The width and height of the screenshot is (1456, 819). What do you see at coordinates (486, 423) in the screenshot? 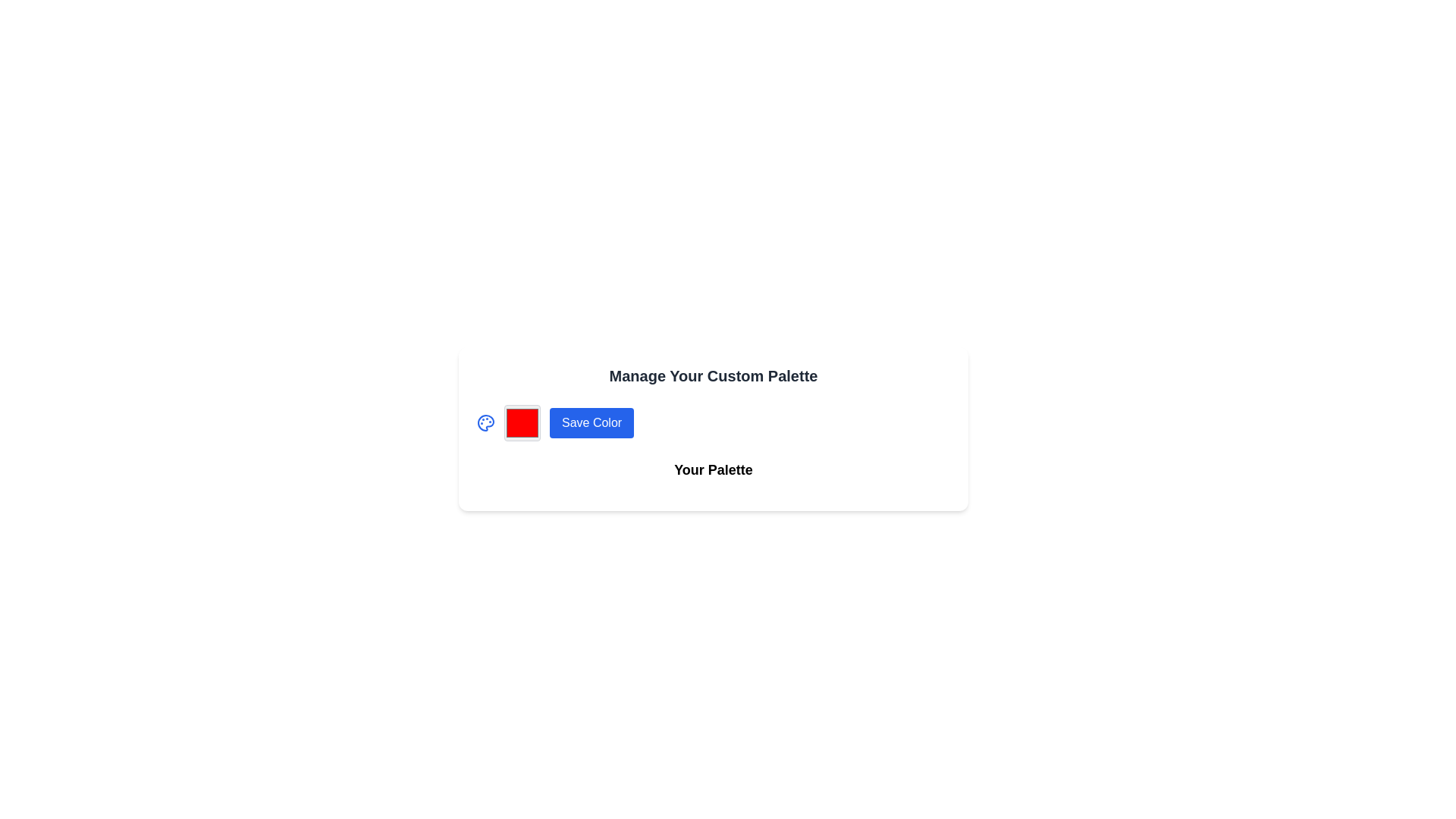
I see `the color palette icon located near the top-left corner of the control section, next to a red color square and above the 'Save Color' button, which visually represents color-related features` at bounding box center [486, 423].